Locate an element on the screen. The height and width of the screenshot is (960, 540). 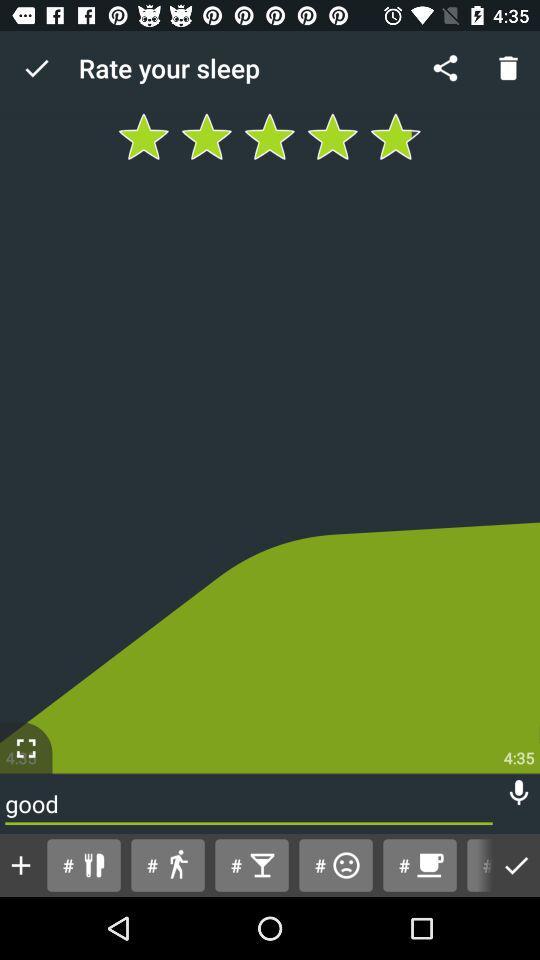
button next to # is located at coordinates (516, 864).